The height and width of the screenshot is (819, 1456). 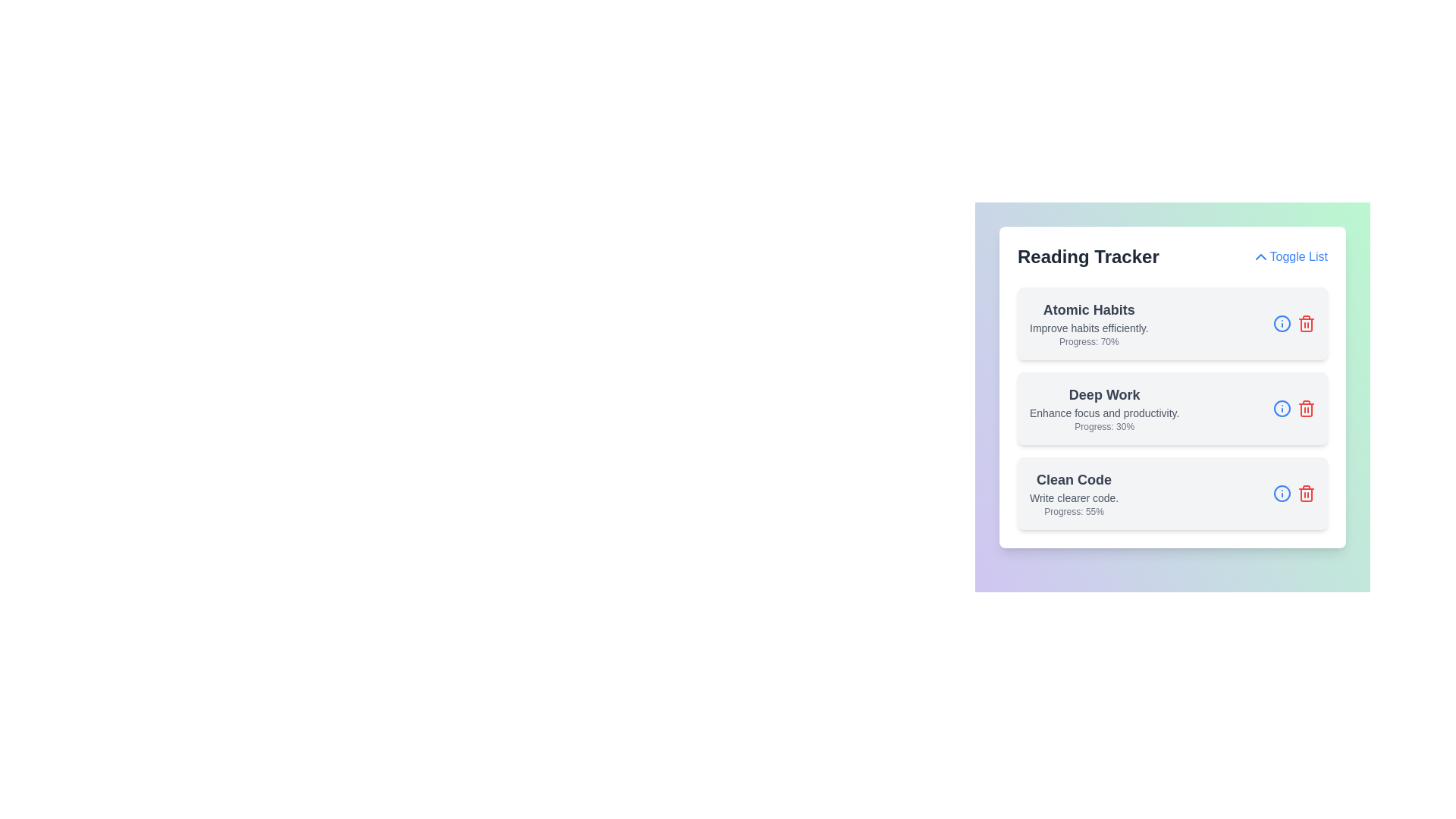 I want to click on the descriptive text label providing information about the item labeled 'Atomic Habits', positioned below the title and above the progress text, so click(x=1088, y=327).